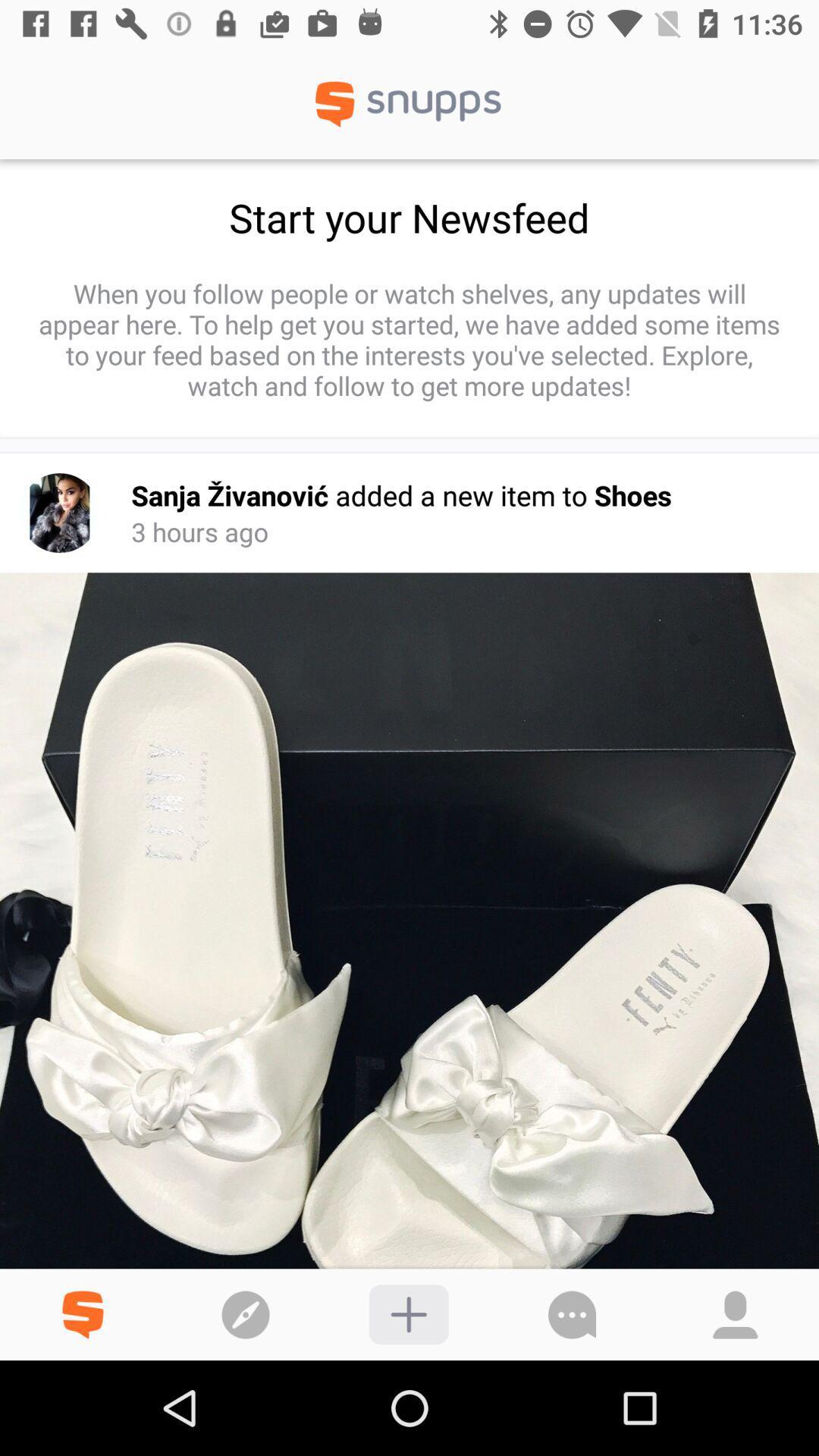 This screenshot has height=1456, width=819. Describe the element at coordinates (408, 1313) in the screenshot. I see `to collection` at that location.